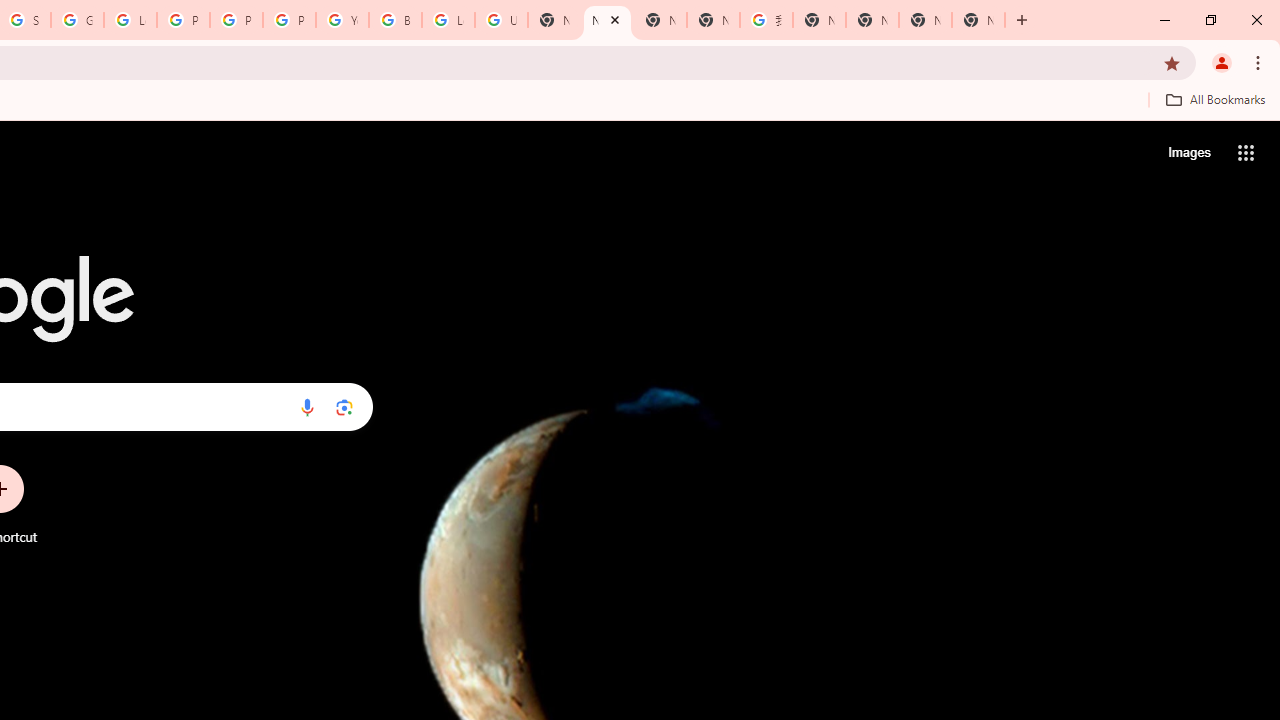  What do you see at coordinates (1220, 61) in the screenshot?
I see `'You'` at bounding box center [1220, 61].